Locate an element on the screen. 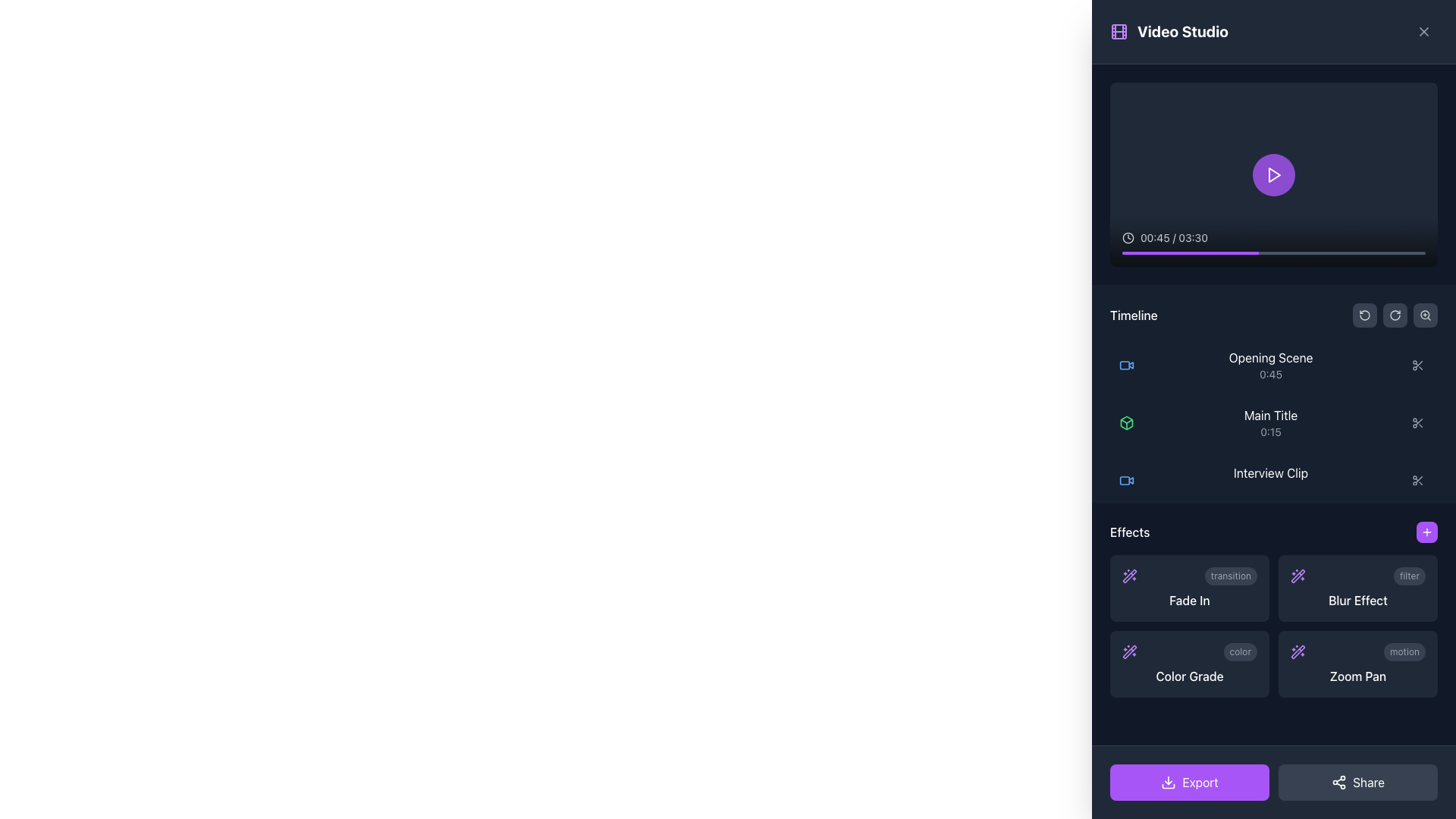  the Text Label with Icon located at the top-left region of the section, which serves as a branding label indicating the content type is located at coordinates (1168, 32).